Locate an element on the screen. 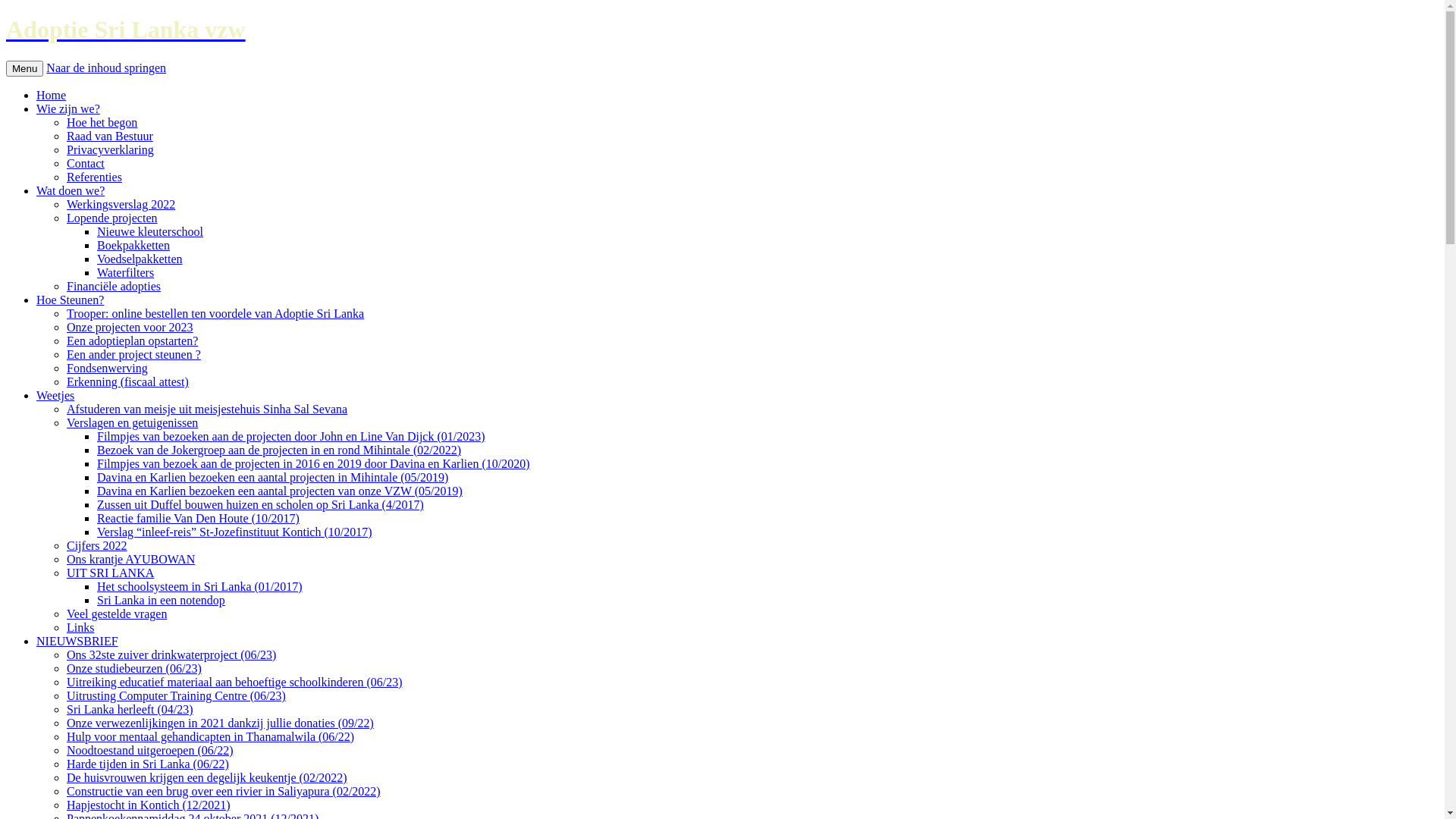  'Sri Lanka herleeft (04/23)' is located at coordinates (130, 709).